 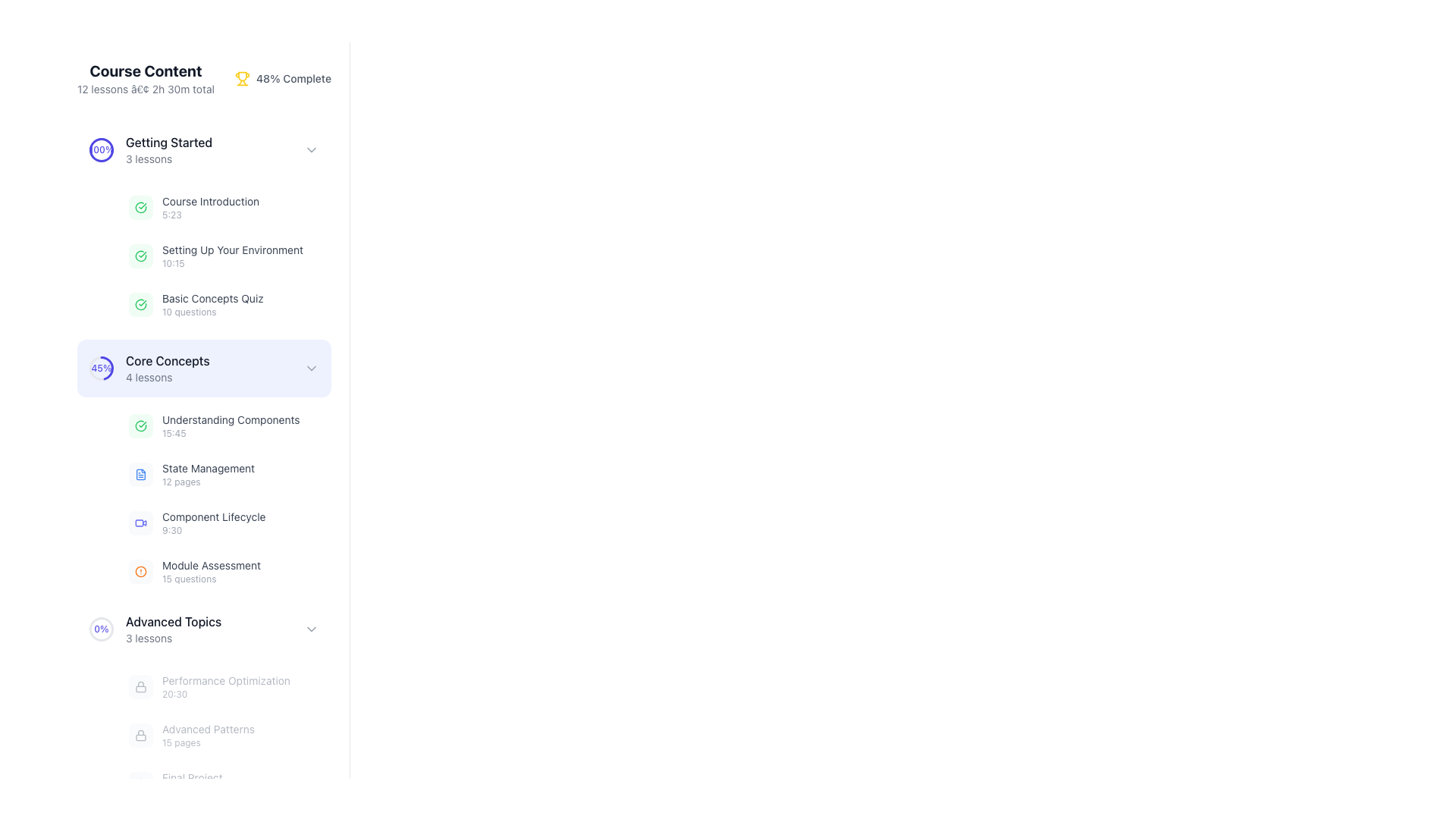 I want to click on the Static Text element that denotes the title or name of a lesson, located above the text '15:45' in the 'Core Concepts' section, so click(x=230, y=420).